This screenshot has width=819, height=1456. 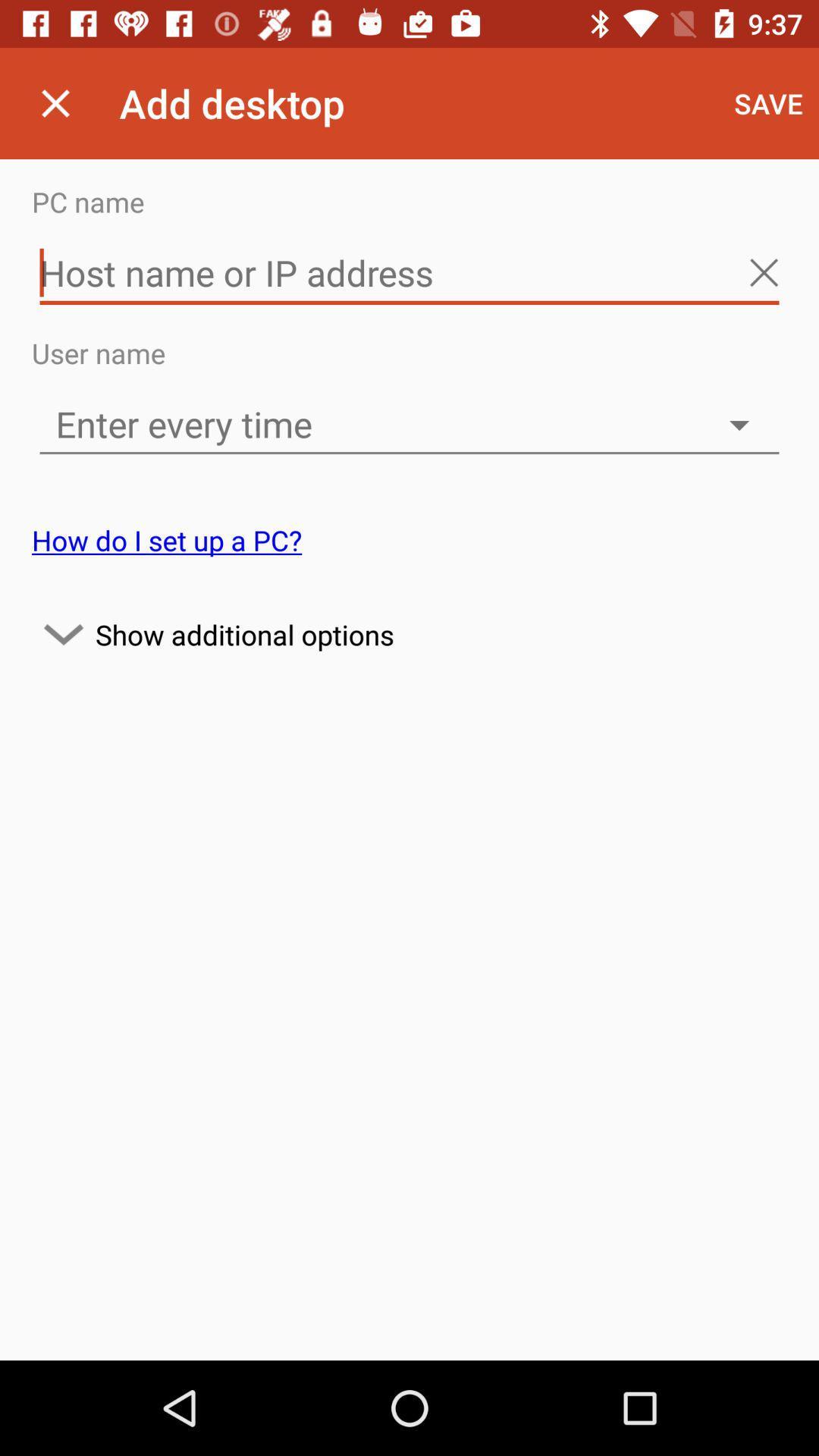 I want to click on item to the right of add desktop, so click(x=768, y=102).